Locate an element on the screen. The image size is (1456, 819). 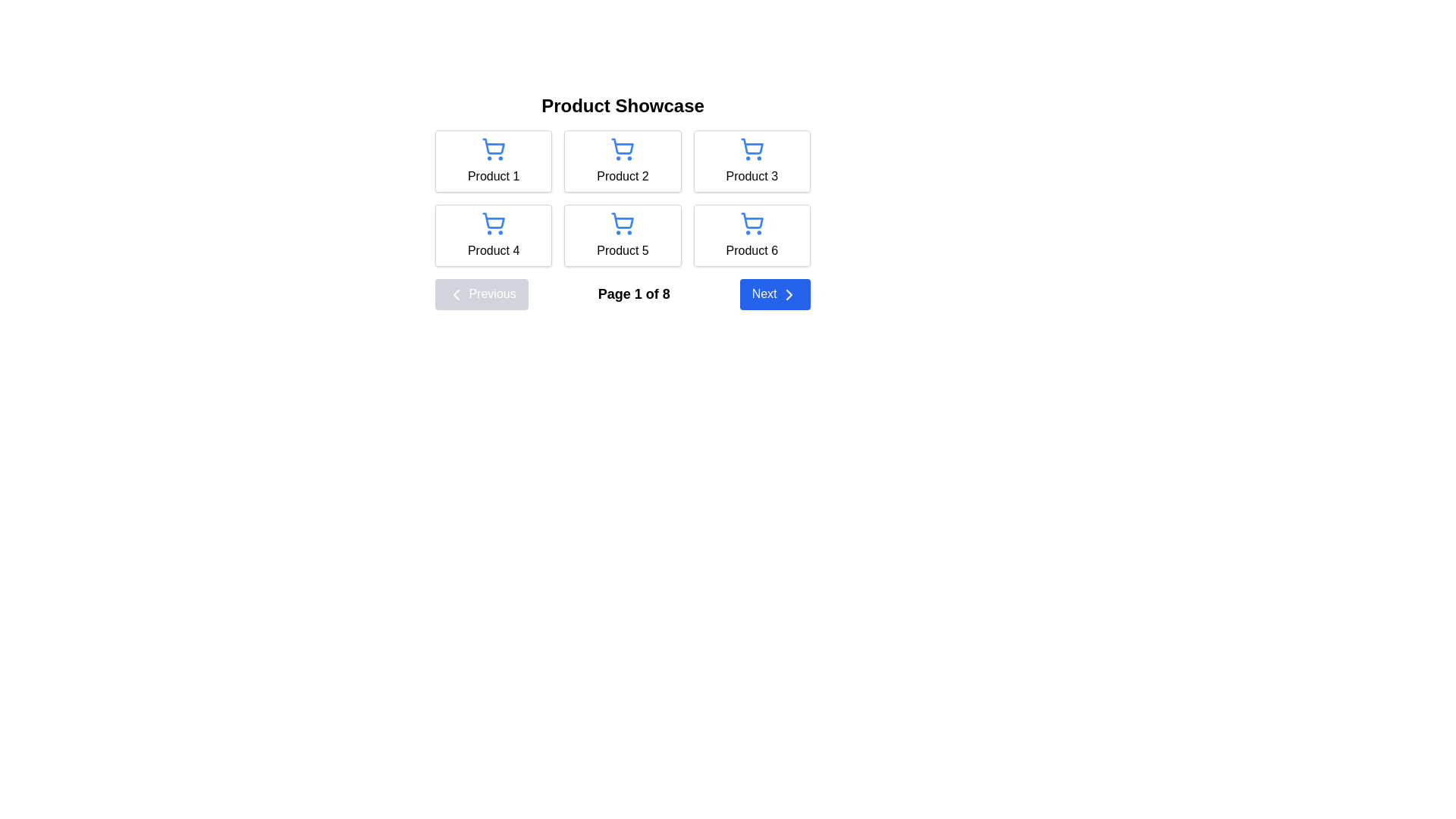
the prominent, bold, and centered title text 'Product Showcase' located at the top-center of the product showcase section is located at coordinates (623, 105).